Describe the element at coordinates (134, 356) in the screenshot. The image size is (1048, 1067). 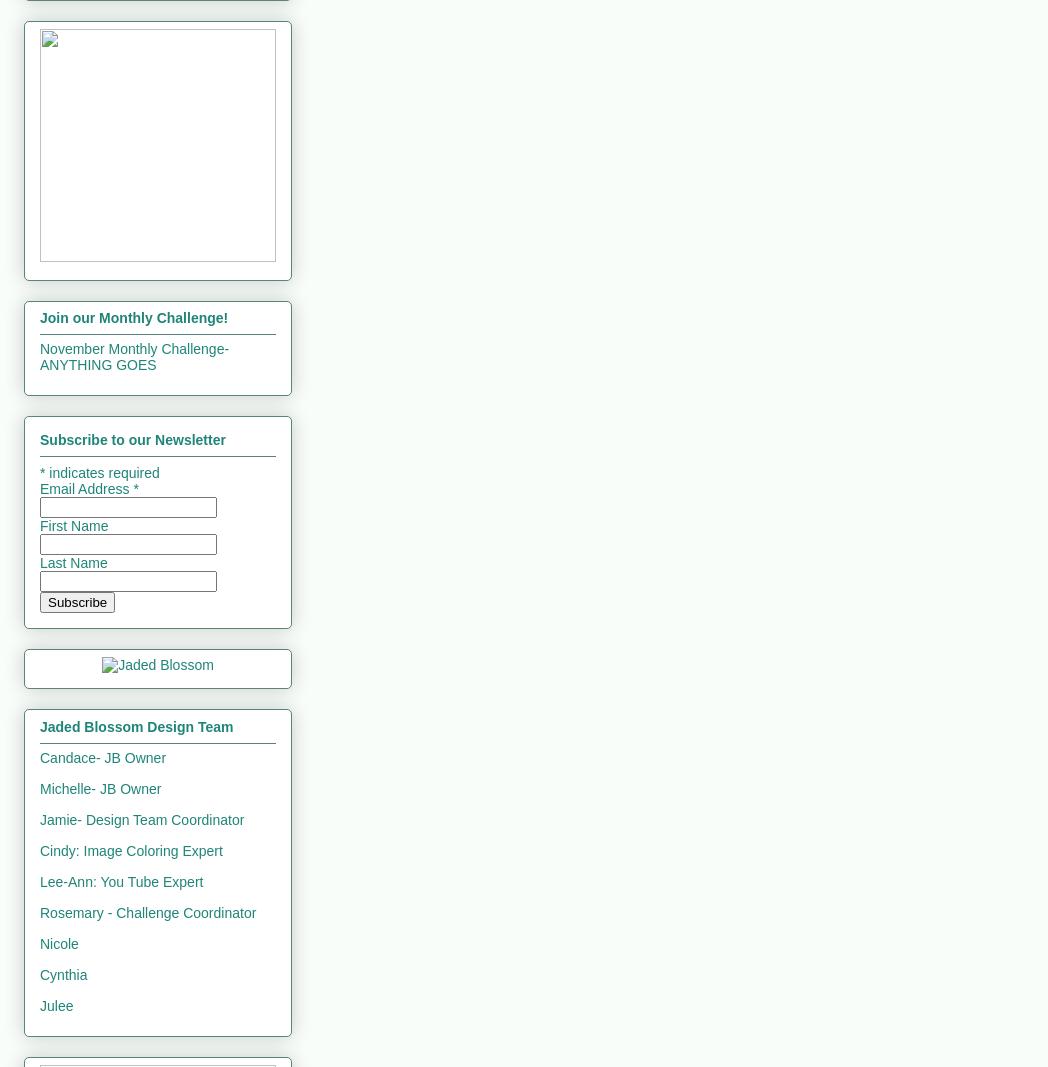
I see `'November Monthly Challenge-ANYTHING GOES'` at that location.